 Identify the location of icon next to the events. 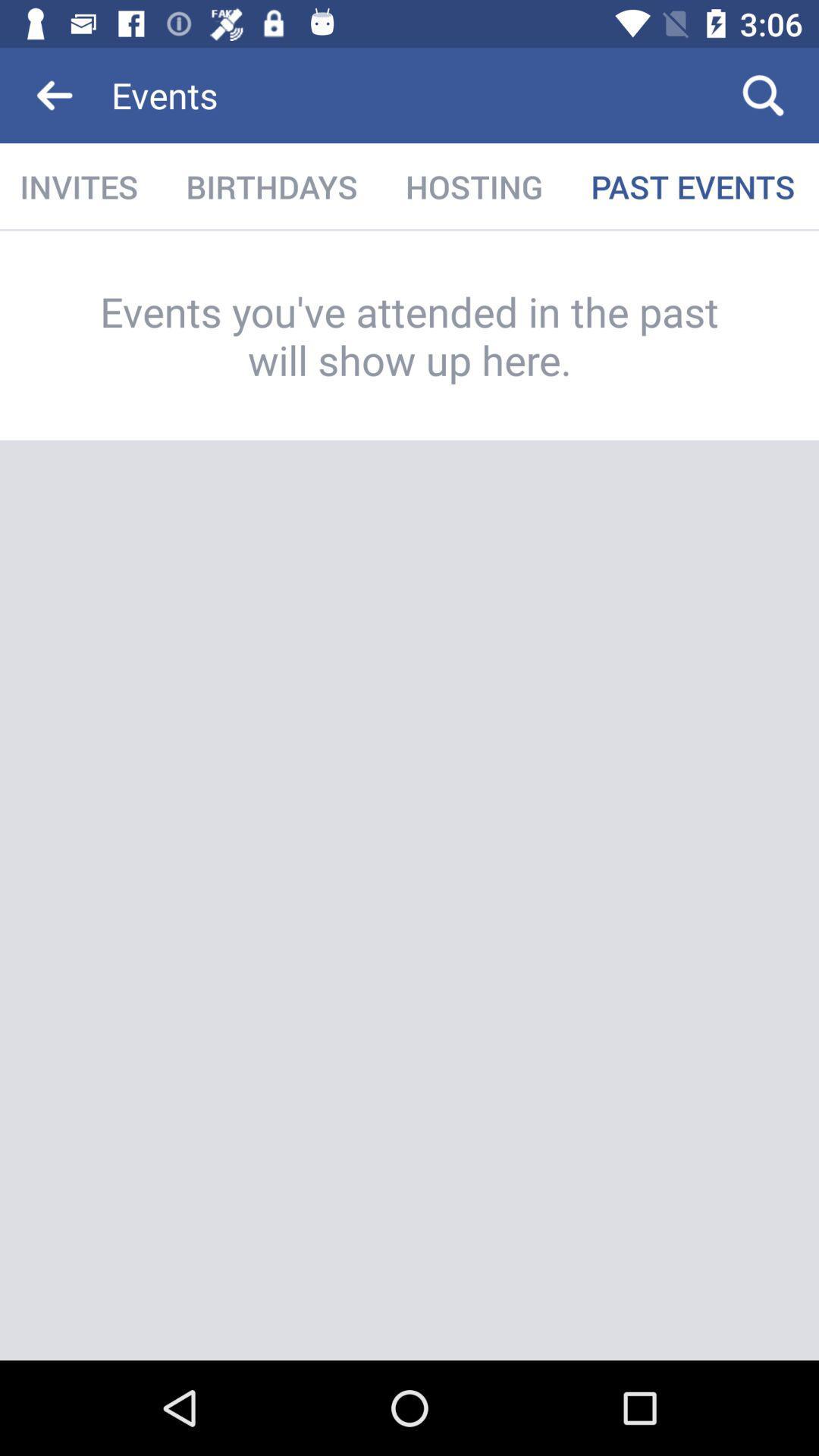
(763, 94).